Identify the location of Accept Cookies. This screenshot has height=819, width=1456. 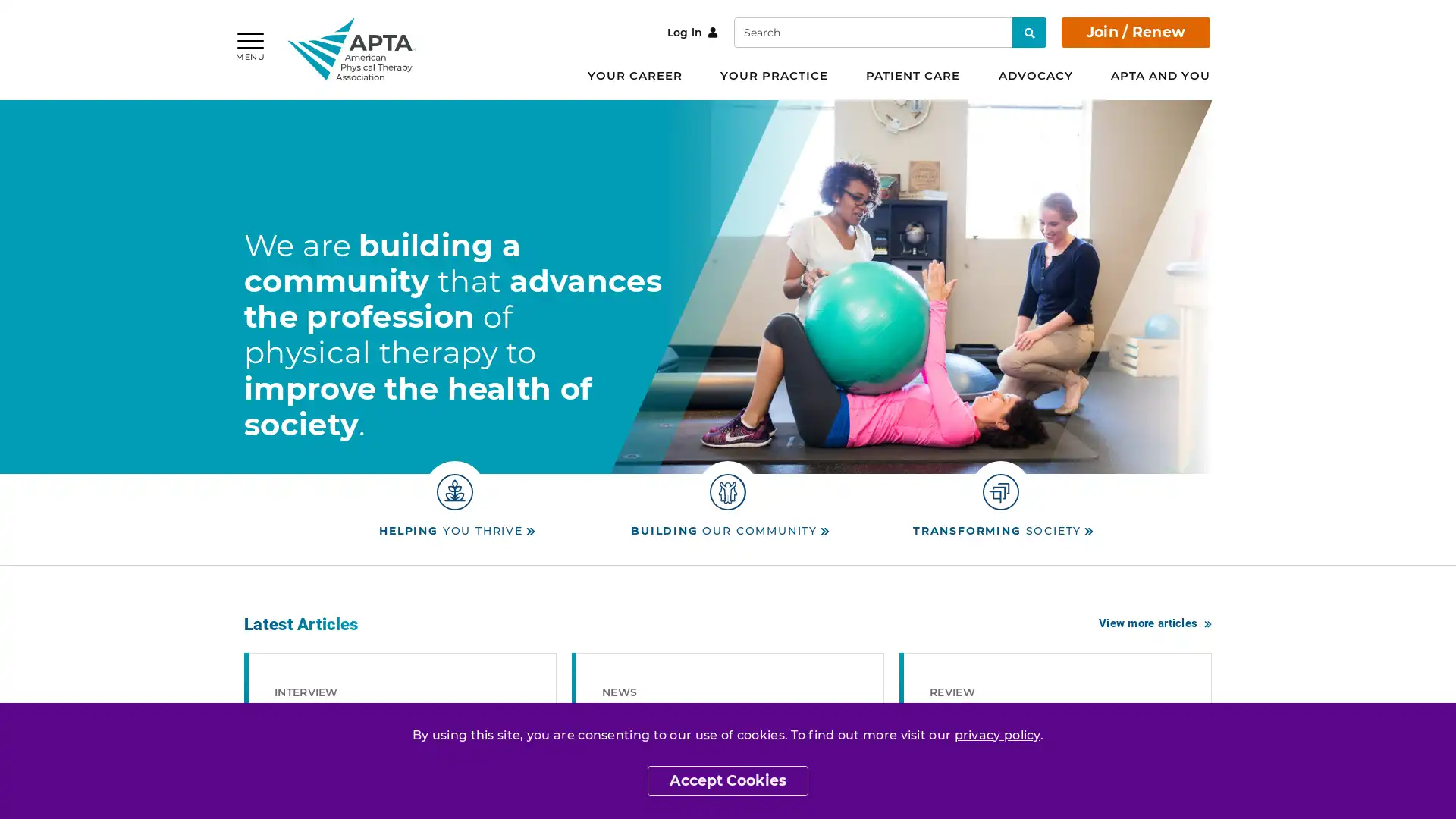
(728, 780).